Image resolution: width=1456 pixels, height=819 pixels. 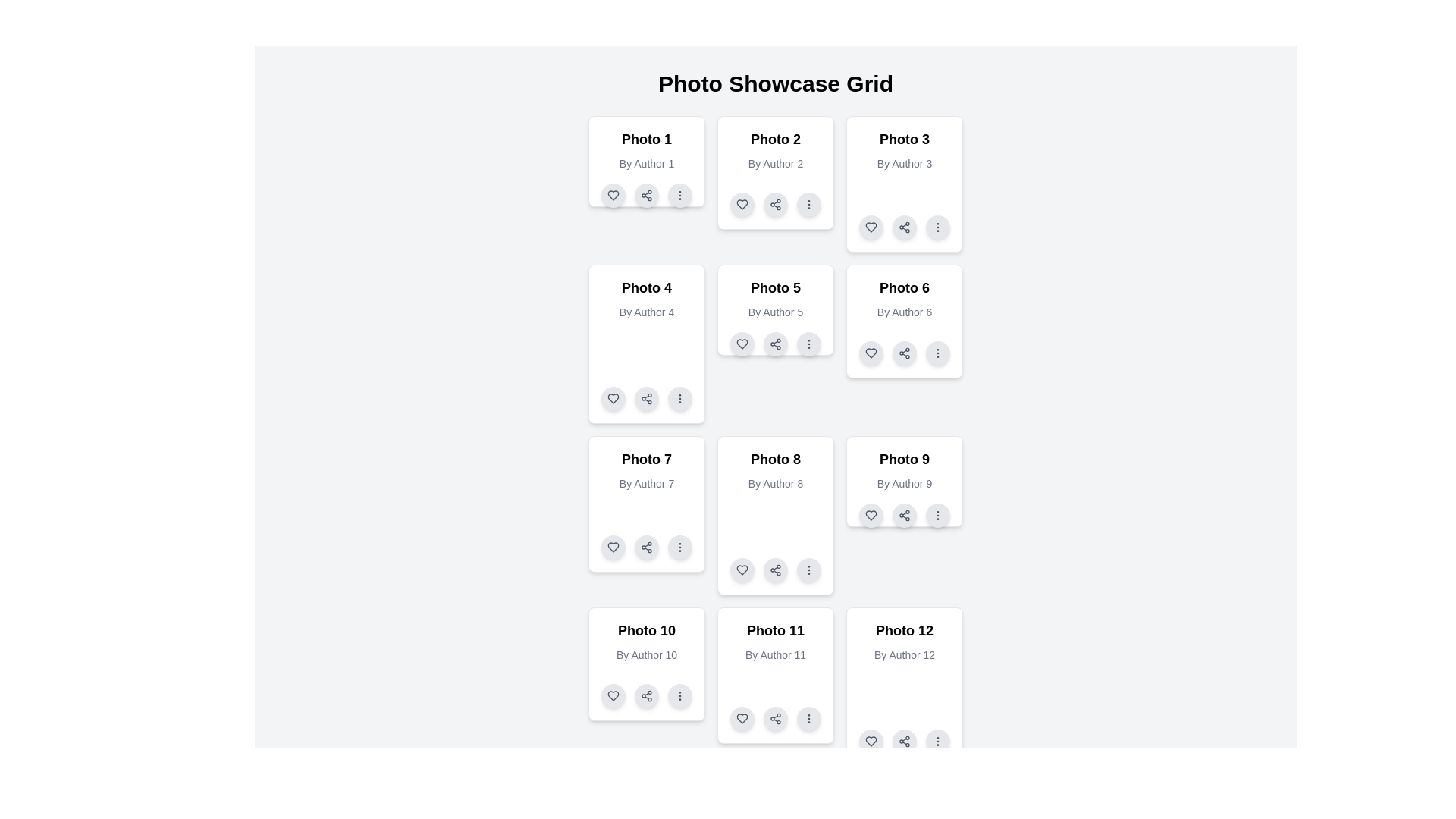 What do you see at coordinates (742, 205) in the screenshot?
I see `the heart-shaped icon located at the bottom-left of the card titled 'Photo 2' to interact with it` at bounding box center [742, 205].